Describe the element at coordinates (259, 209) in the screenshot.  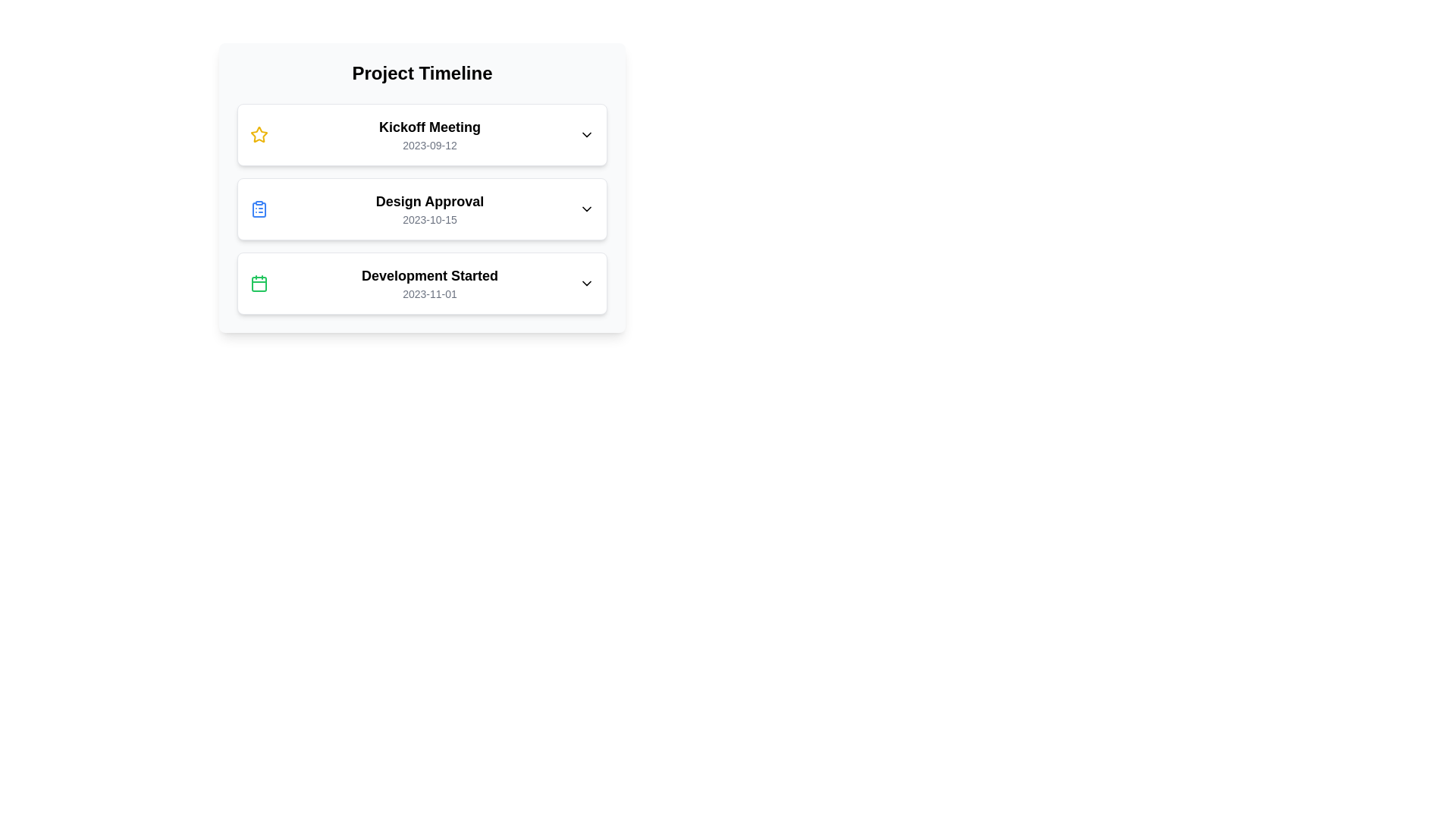
I see `the blue clipboard-shaped icon located to the left of the 'Design Approval' text in the second row of the project timeline list` at that location.